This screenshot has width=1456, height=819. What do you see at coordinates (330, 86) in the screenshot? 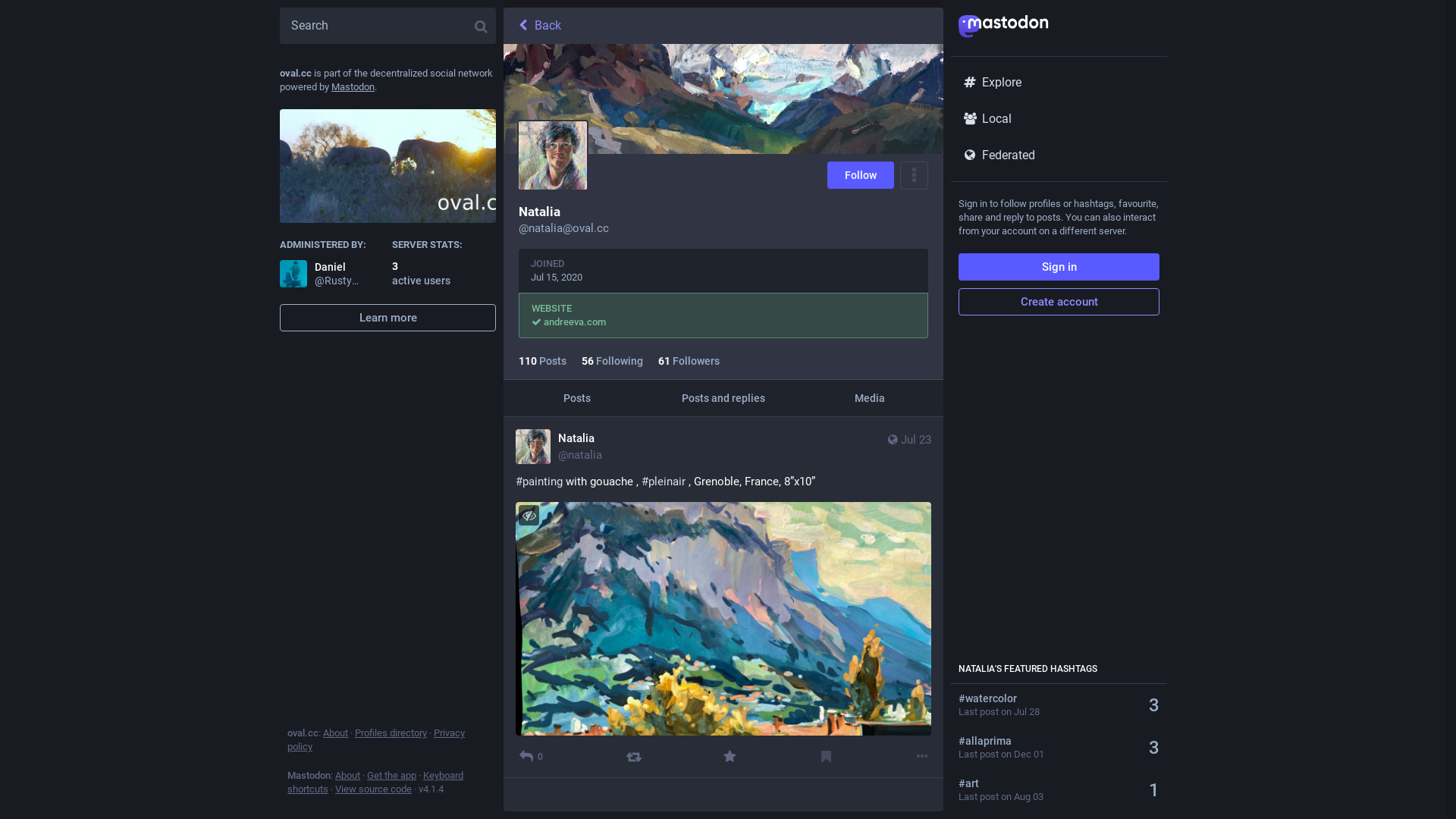
I see `'Mastodon'` at bounding box center [330, 86].